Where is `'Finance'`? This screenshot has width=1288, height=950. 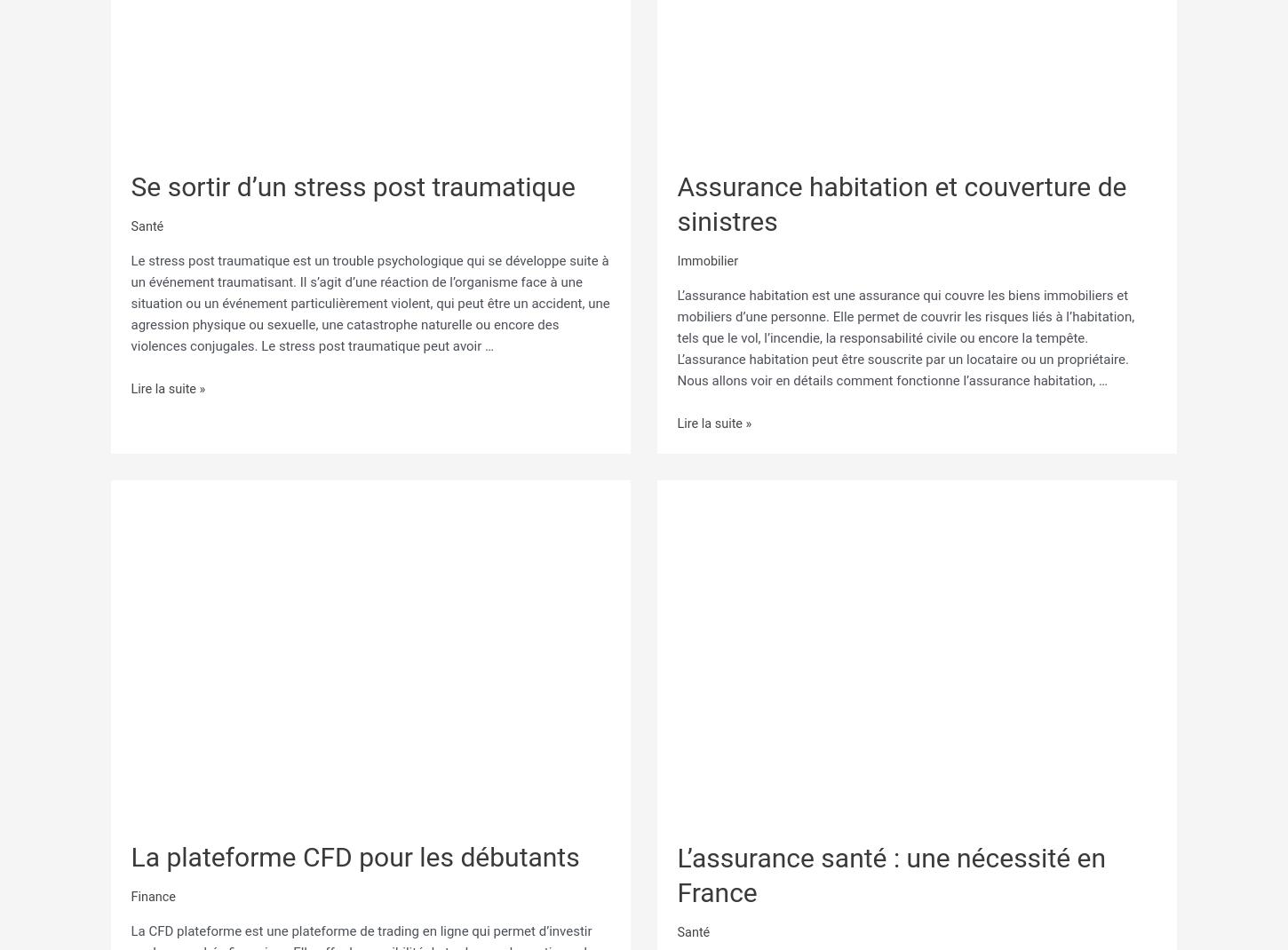
'Finance' is located at coordinates (152, 895).